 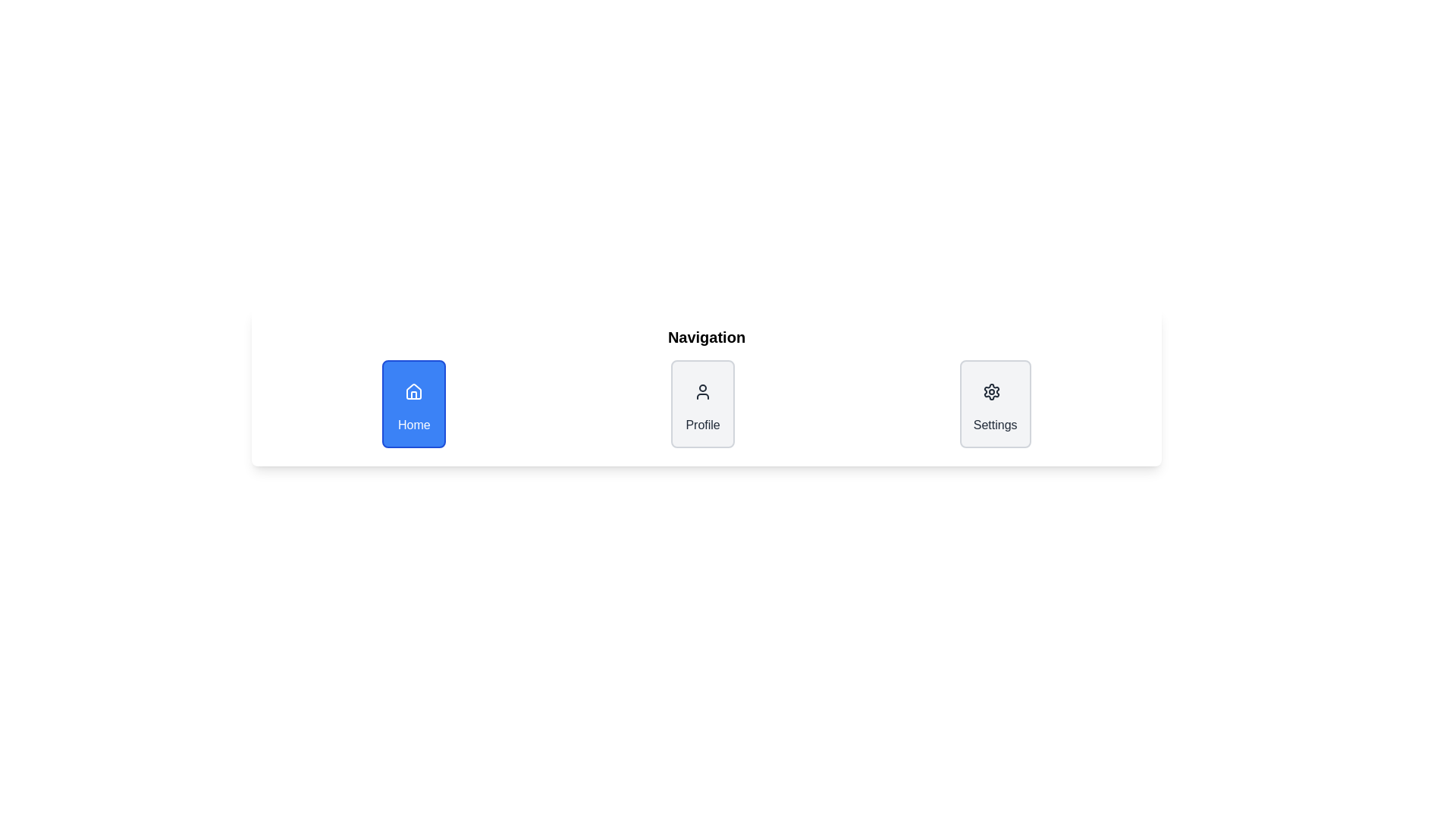 What do you see at coordinates (414, 425) in the screenshot?
I see `the 'Home' navigation text label located below the house icon within the vertically oriented card on the left side of the navigation layout` at bounding box center [414, 425].